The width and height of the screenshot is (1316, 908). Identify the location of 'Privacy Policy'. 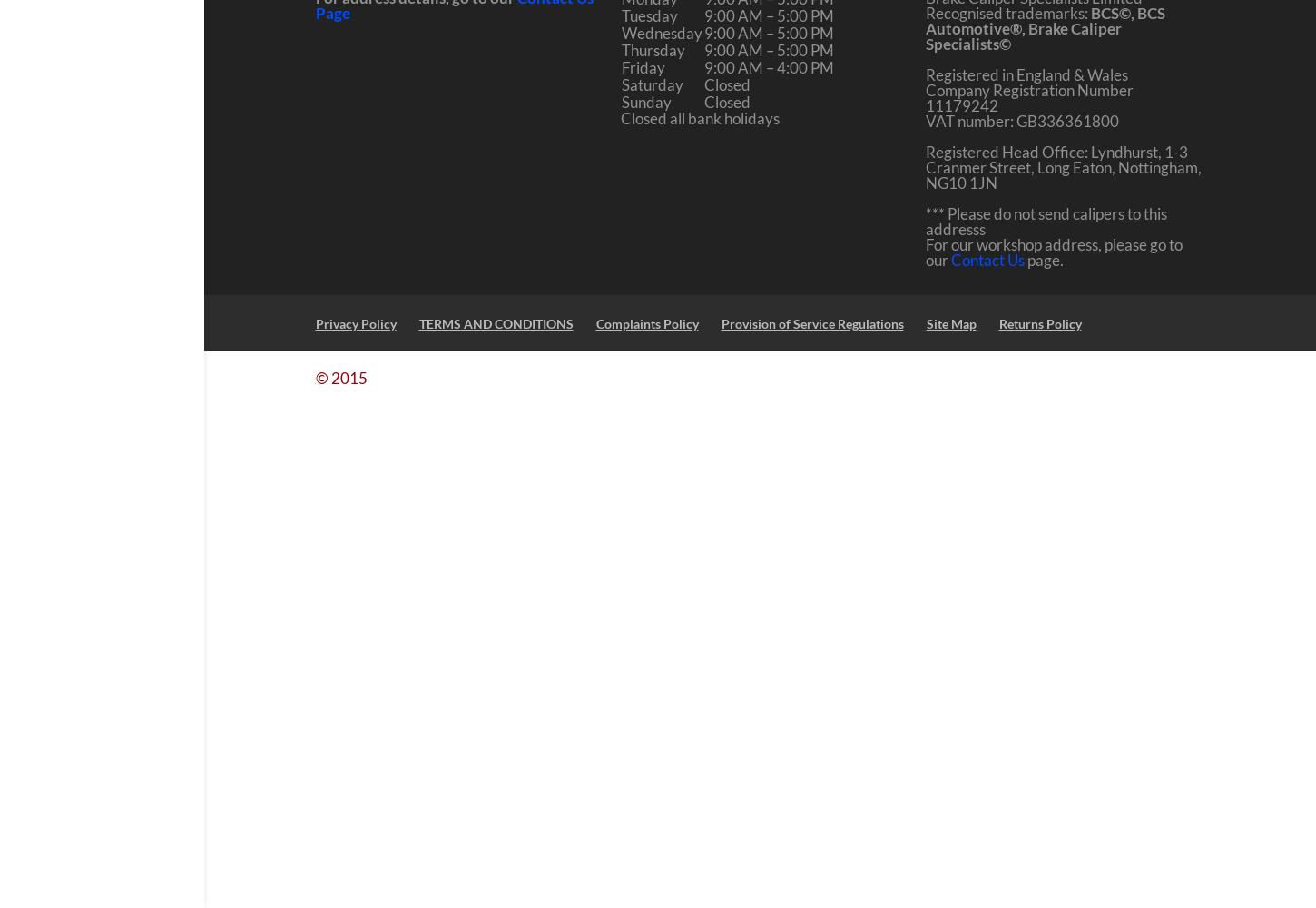
(354, 321).